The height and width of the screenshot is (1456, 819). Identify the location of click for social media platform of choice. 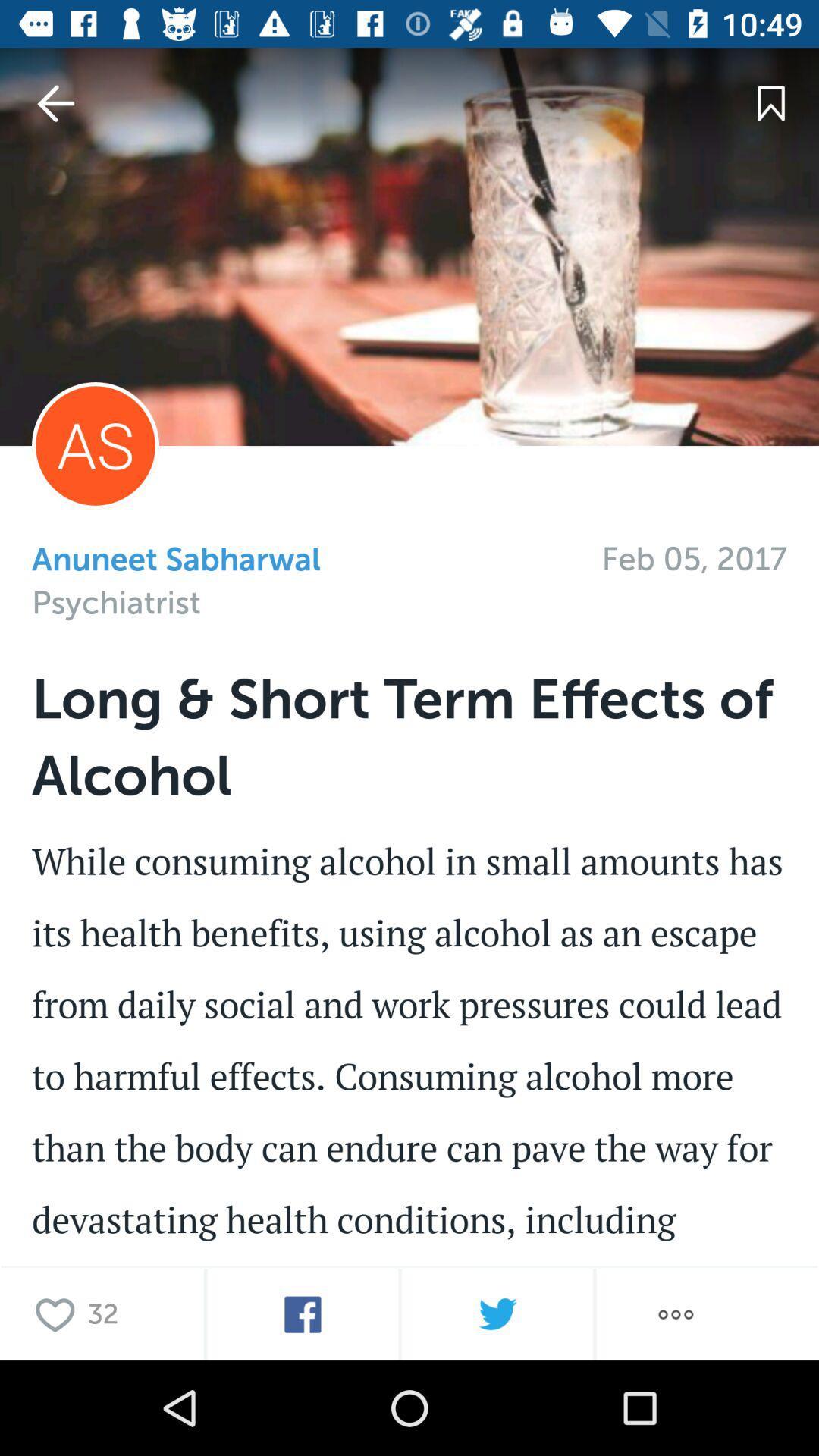
(409, 1094).